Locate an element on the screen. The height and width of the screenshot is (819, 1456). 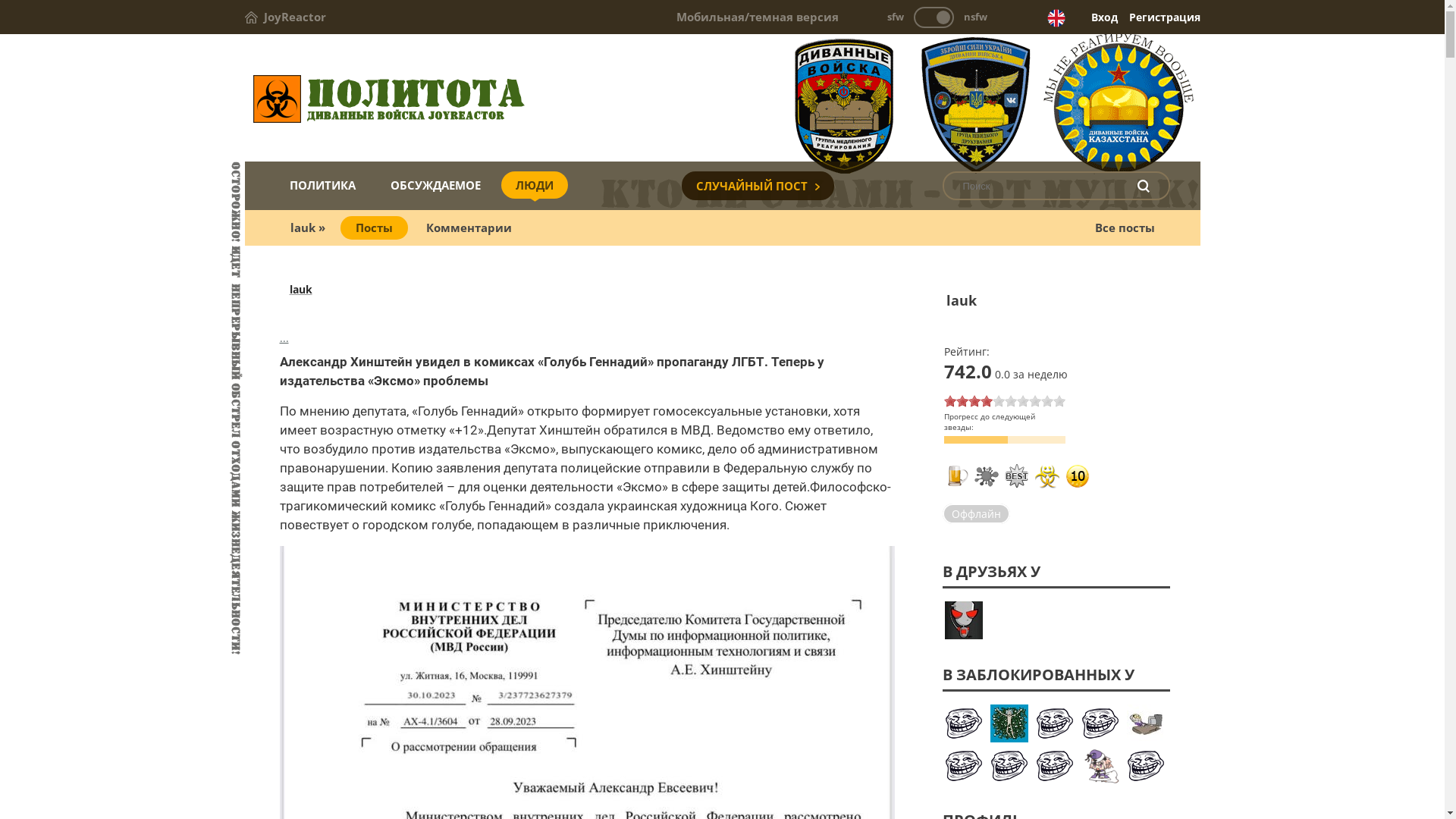
'Mapper' is located at coordinates (1054, 722).